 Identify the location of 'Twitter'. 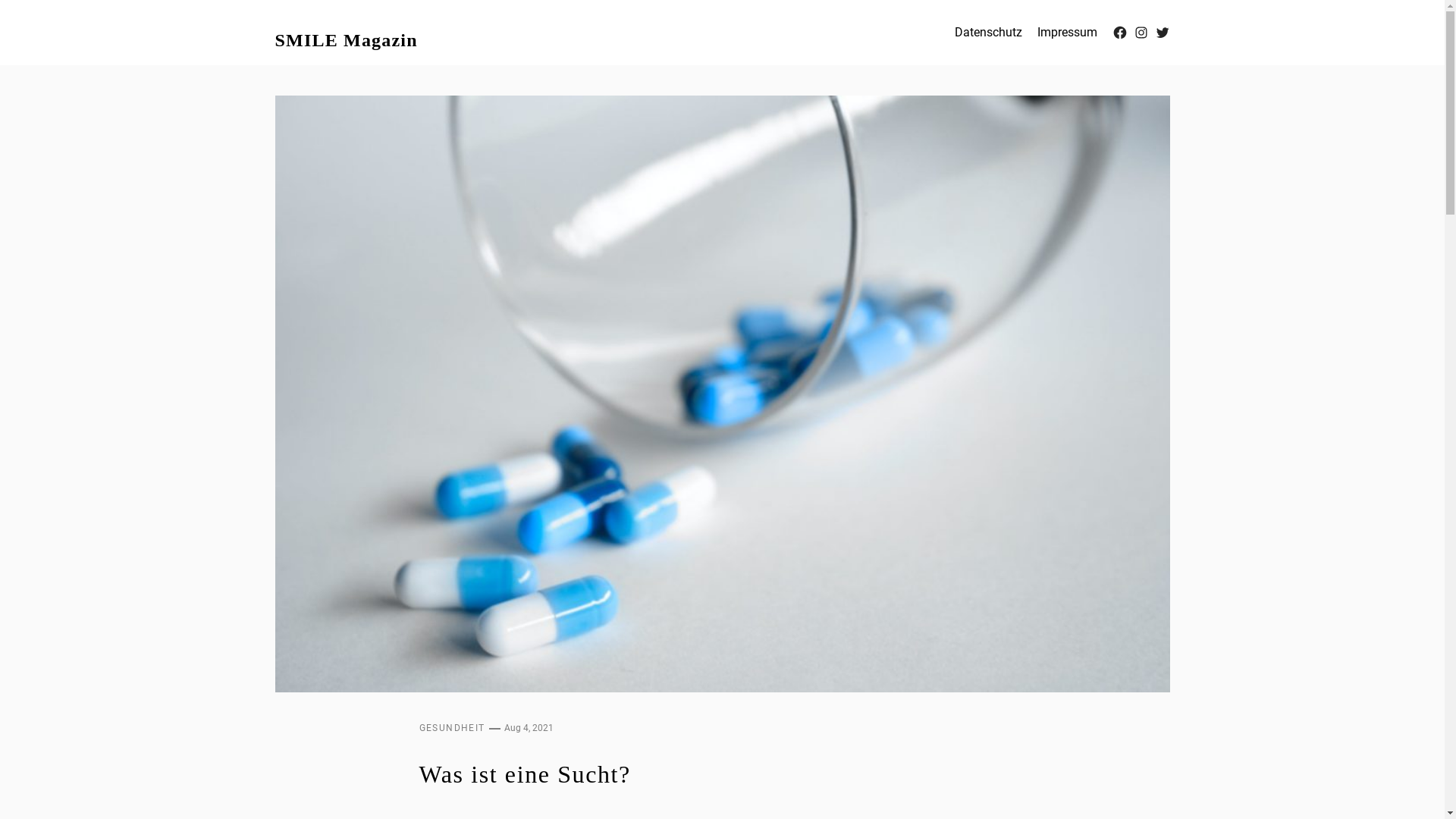
(1160, 32).